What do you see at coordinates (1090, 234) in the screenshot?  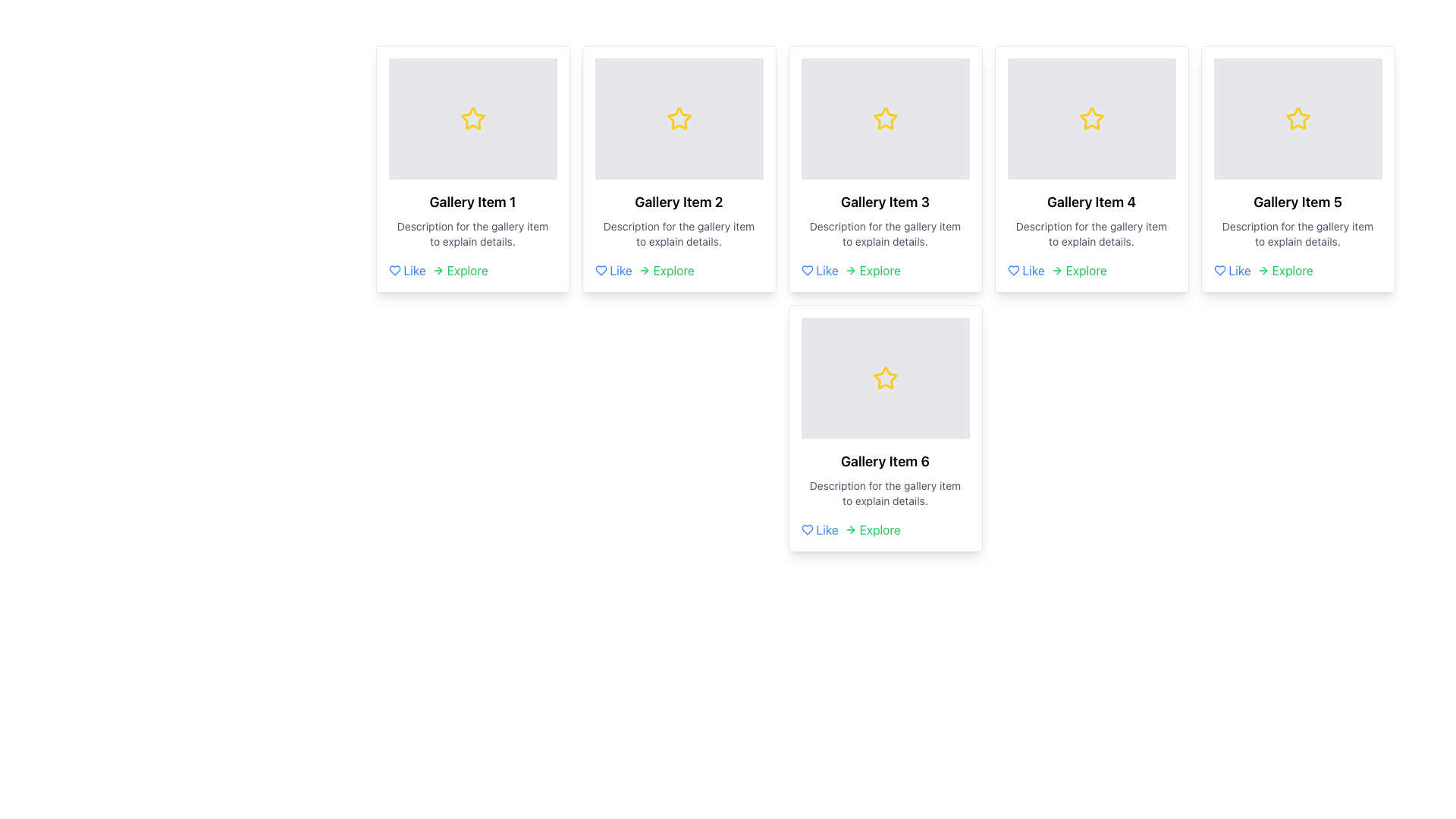 I see `the text element that provides additional information about 'Gallery Item 4'` at bounding box center [1090, 234].